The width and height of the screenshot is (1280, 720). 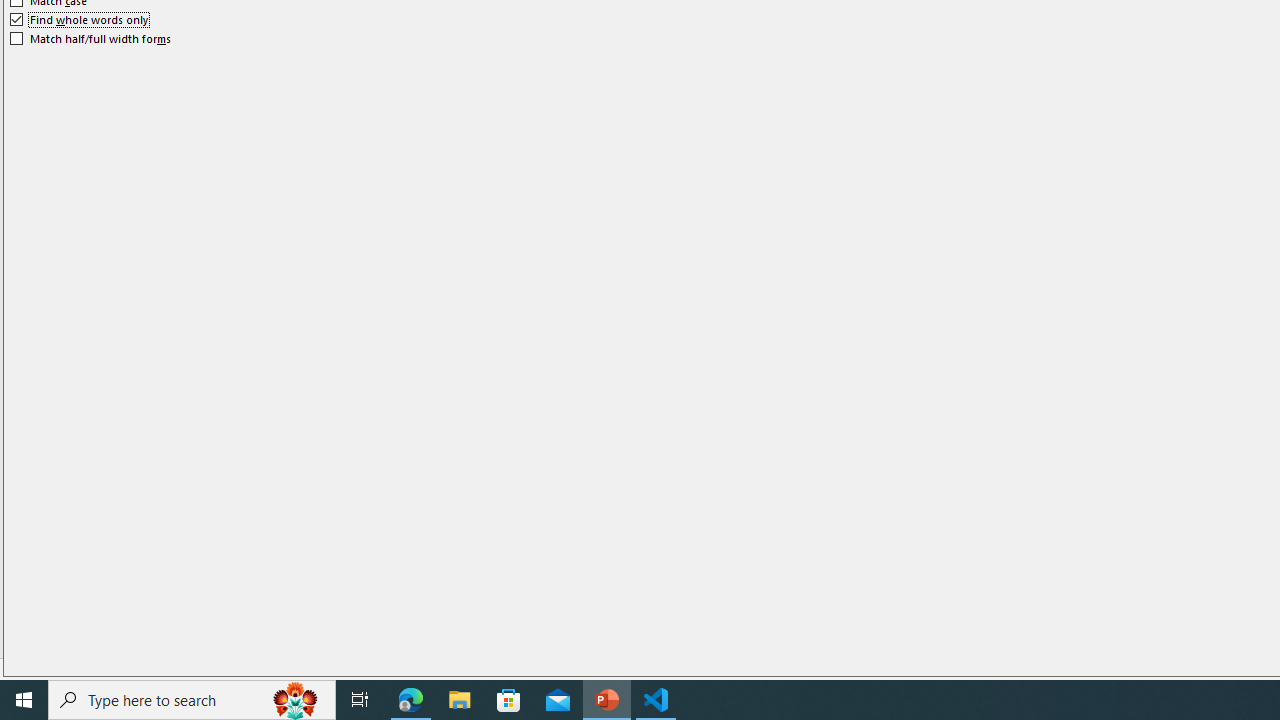 I want to click on 'Match half/full width forms', so click(x=90, y=38).